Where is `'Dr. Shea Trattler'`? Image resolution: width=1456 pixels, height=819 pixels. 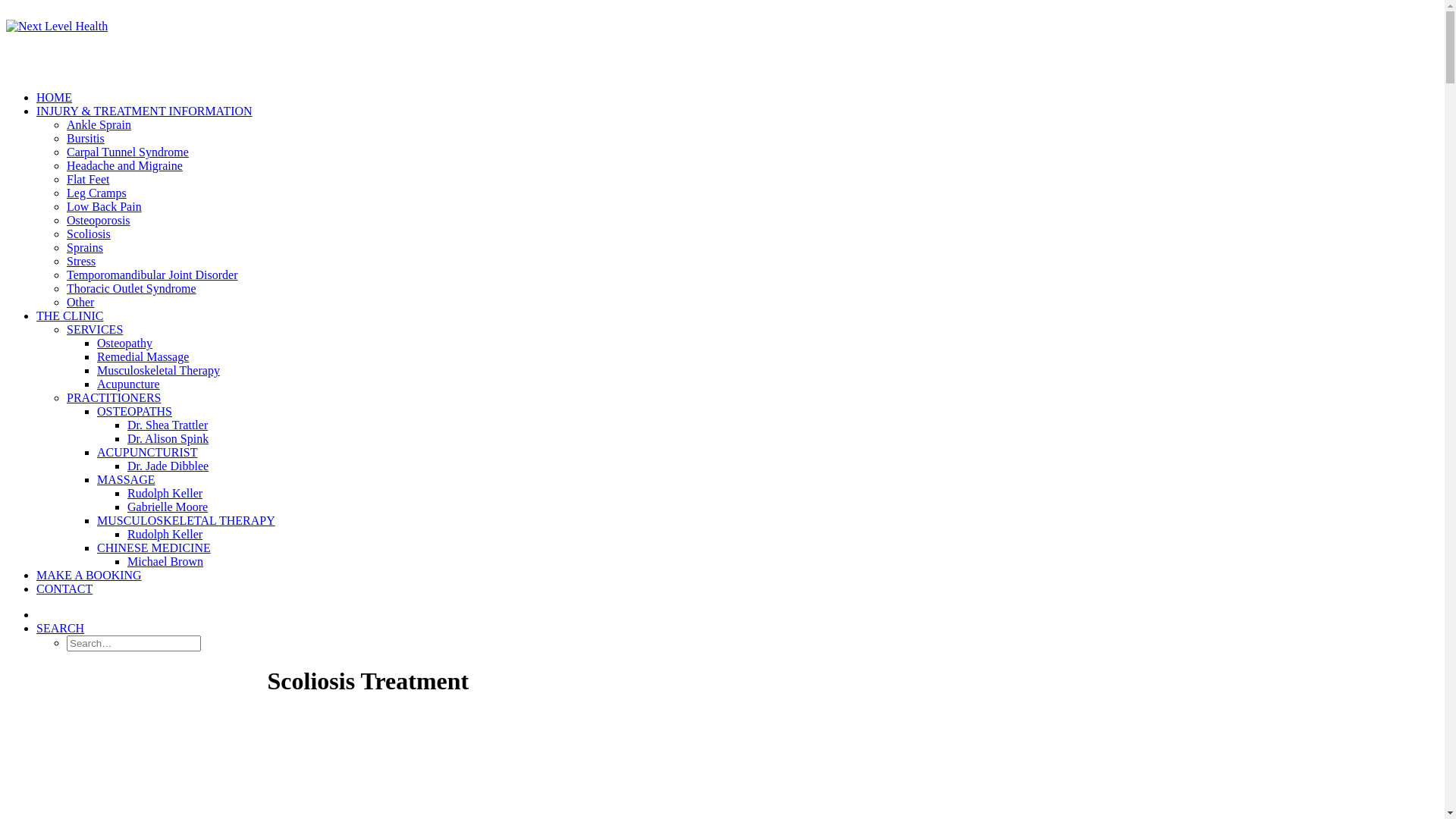
'Dr. Shea Trattler' is located at coordinates (167, 425).